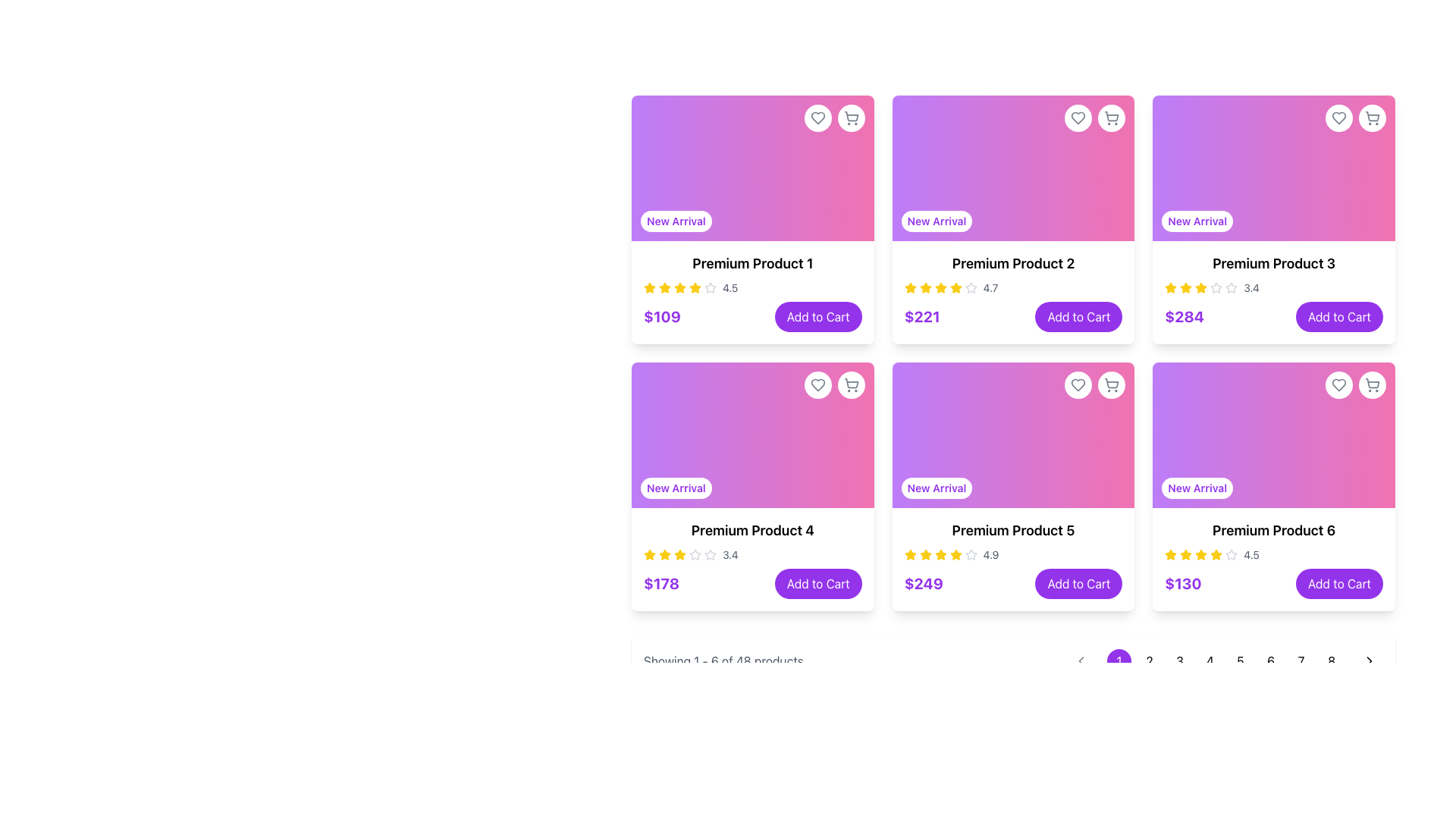 The height and width of the screenshot is (819, 1456). What do you see at coordinates (662, 315) in the screenshot?
I see `the text label displaying '$109' in vibrant purple color, styled with a bold font, located below the star rating component and to the left of the 'Add to Cart' button` at bounding box center [662, 315].